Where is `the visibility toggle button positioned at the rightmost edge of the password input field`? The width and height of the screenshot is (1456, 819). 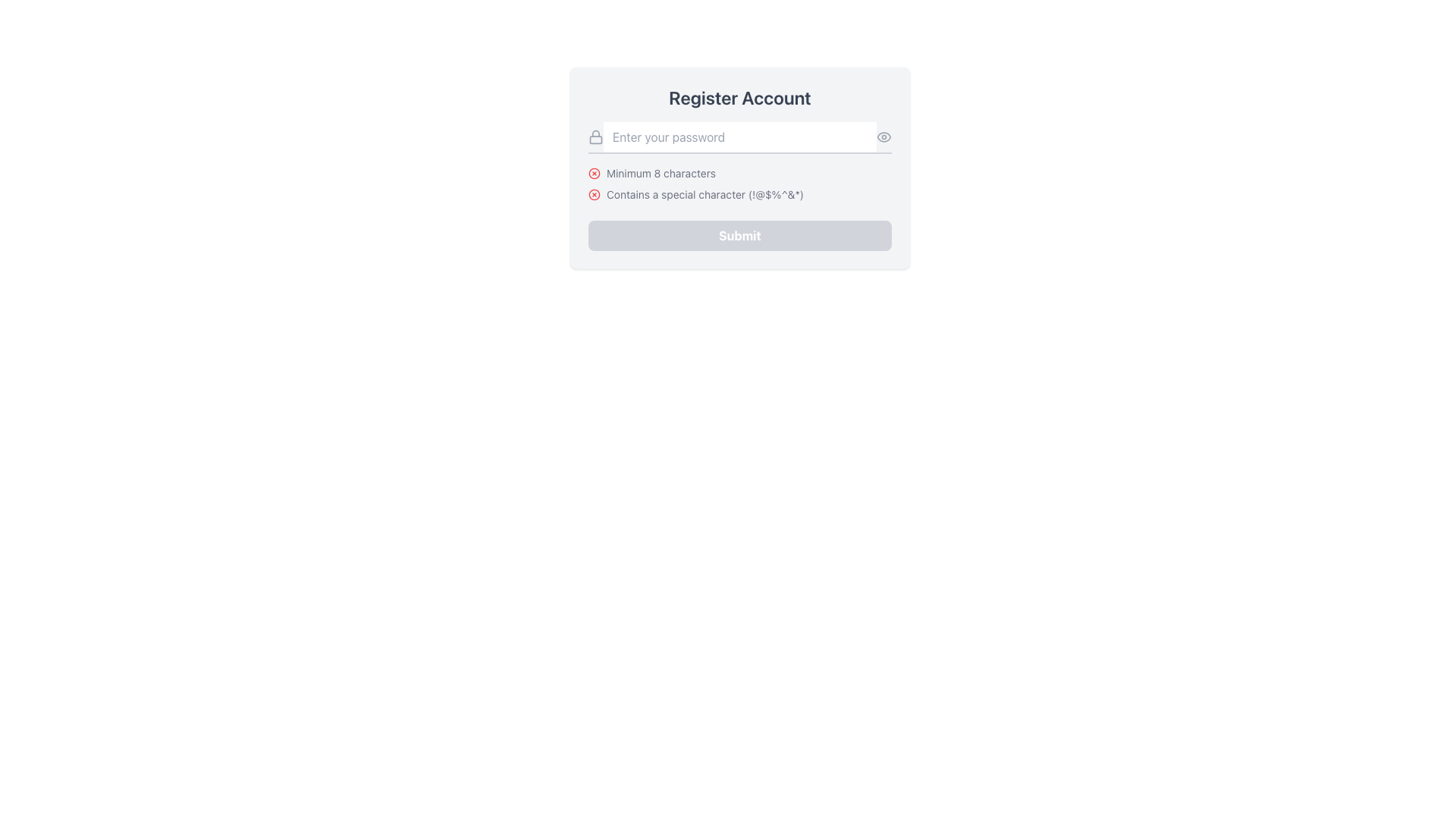 the visibility toggle button positioned at the rightmost edge of the password input field is located at coordinates (884, 137).